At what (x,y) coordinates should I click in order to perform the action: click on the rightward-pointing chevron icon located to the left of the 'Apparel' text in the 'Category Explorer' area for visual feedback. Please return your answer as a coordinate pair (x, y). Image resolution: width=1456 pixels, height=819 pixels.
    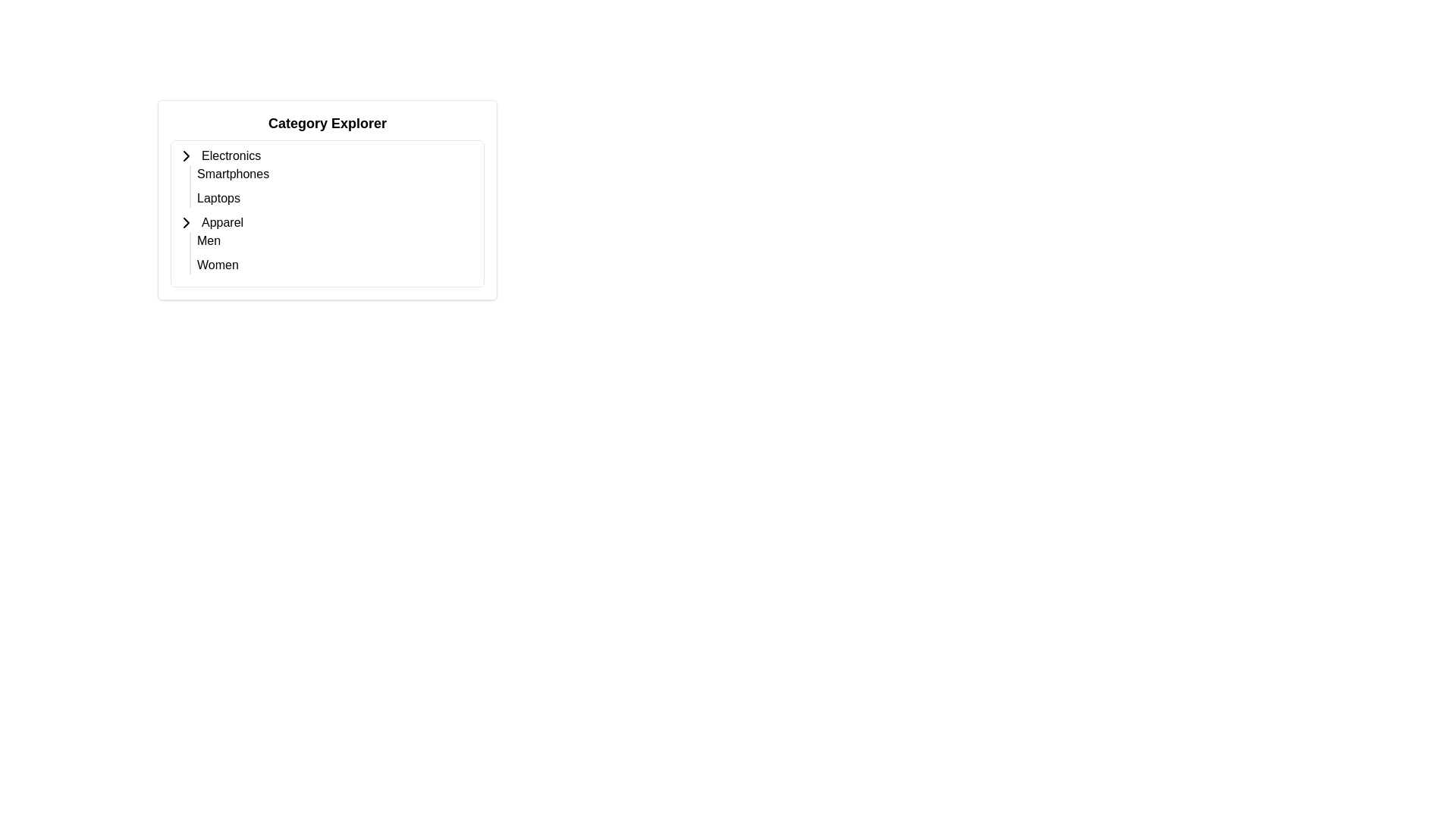
    Looking at the image, I should click on (185, 222).